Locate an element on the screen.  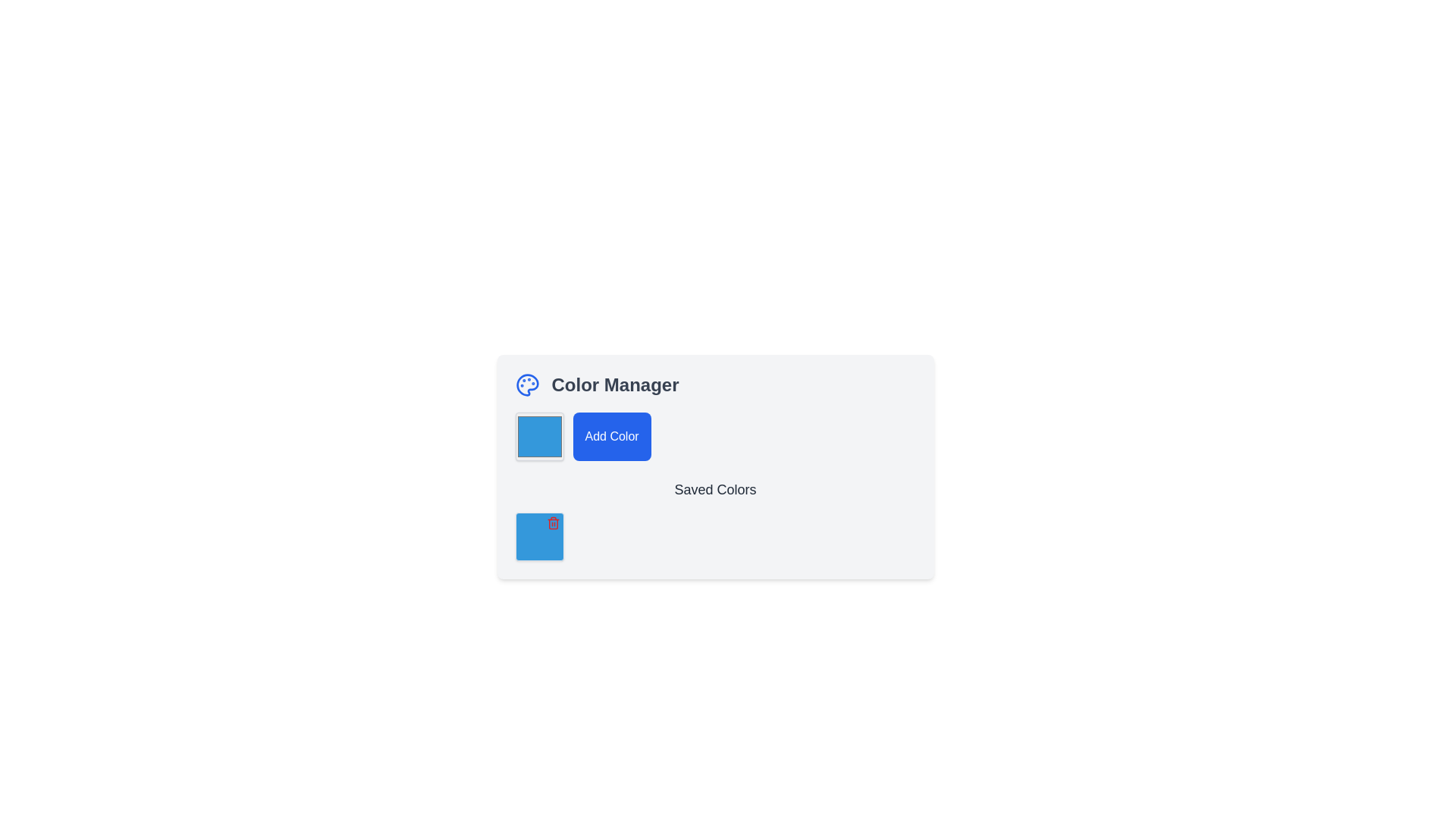
the trash icon located in the top-right corner of the blue rectangular button within the 'Saved Colors' section is located at coordinates (552, 522).